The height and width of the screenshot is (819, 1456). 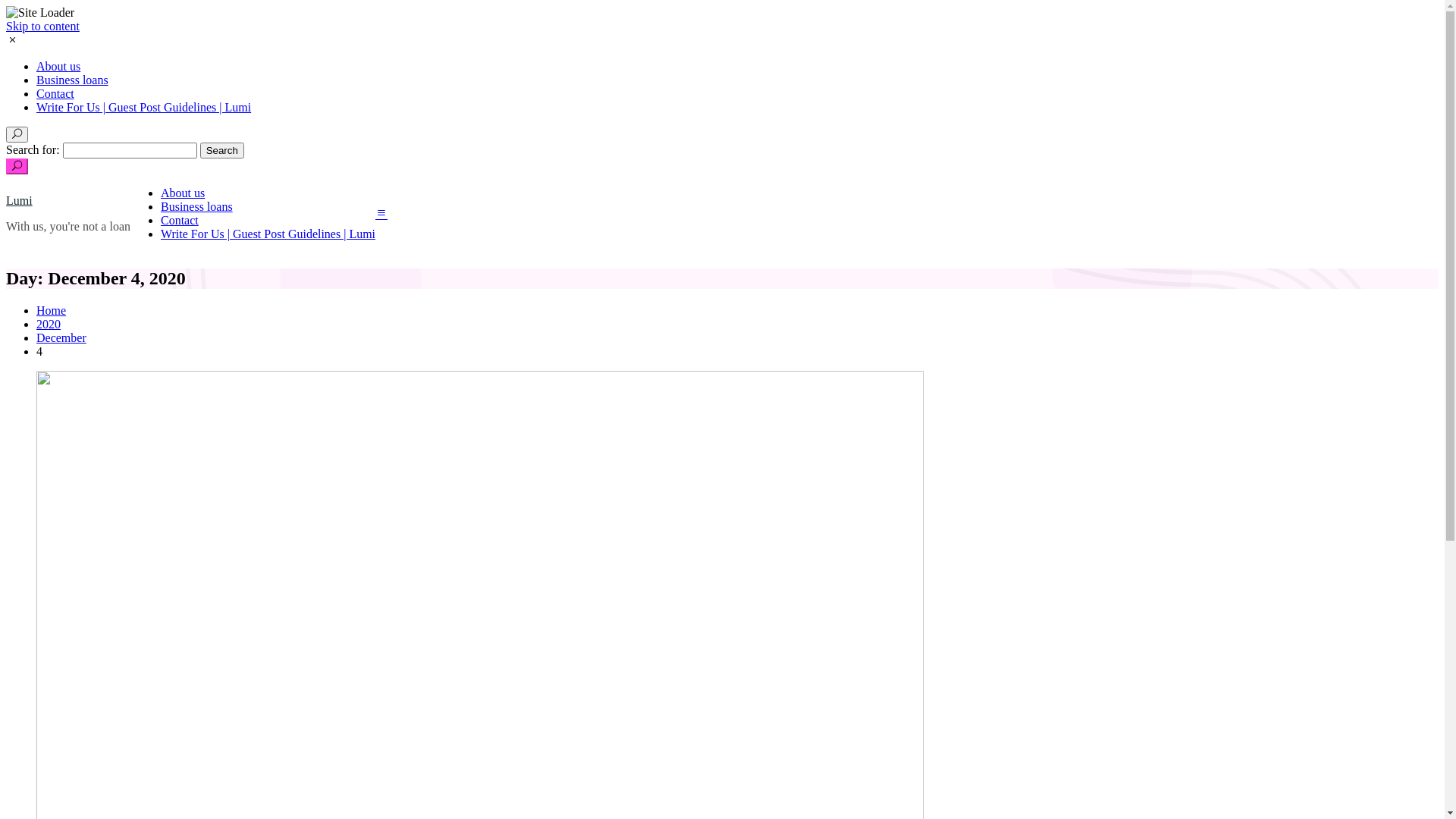 What do you see at coordinates (143, 106) in the screenshot?
I see `'Write For Us | Guest Post Guidelines | Lumi'` at bounding box center [143, 106].